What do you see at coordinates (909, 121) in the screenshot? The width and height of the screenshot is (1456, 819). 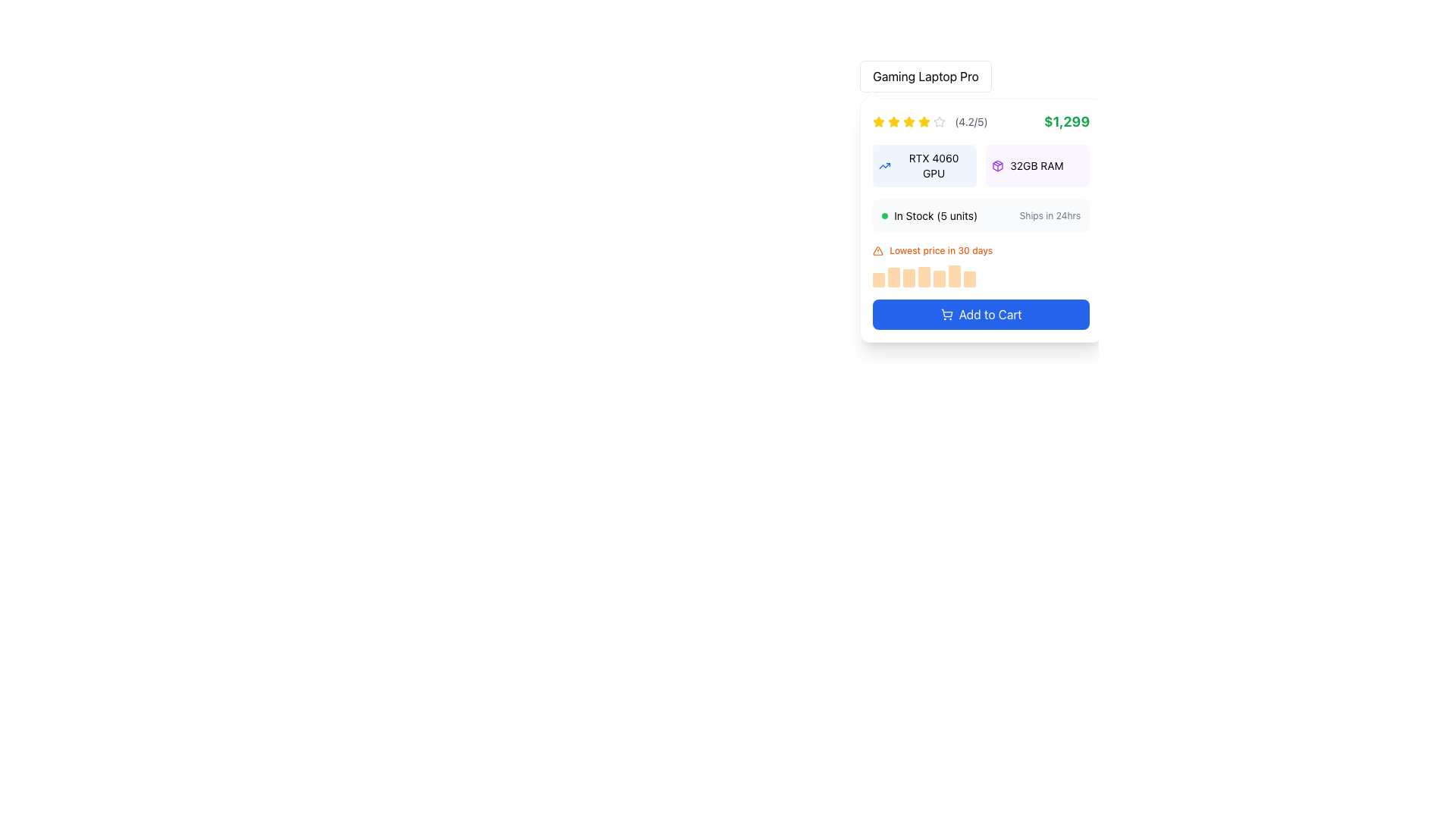 I see `the fifth star icon in the rating system located near the top of the product listing card, which represents a rating level` at bounding box center [909, 121].